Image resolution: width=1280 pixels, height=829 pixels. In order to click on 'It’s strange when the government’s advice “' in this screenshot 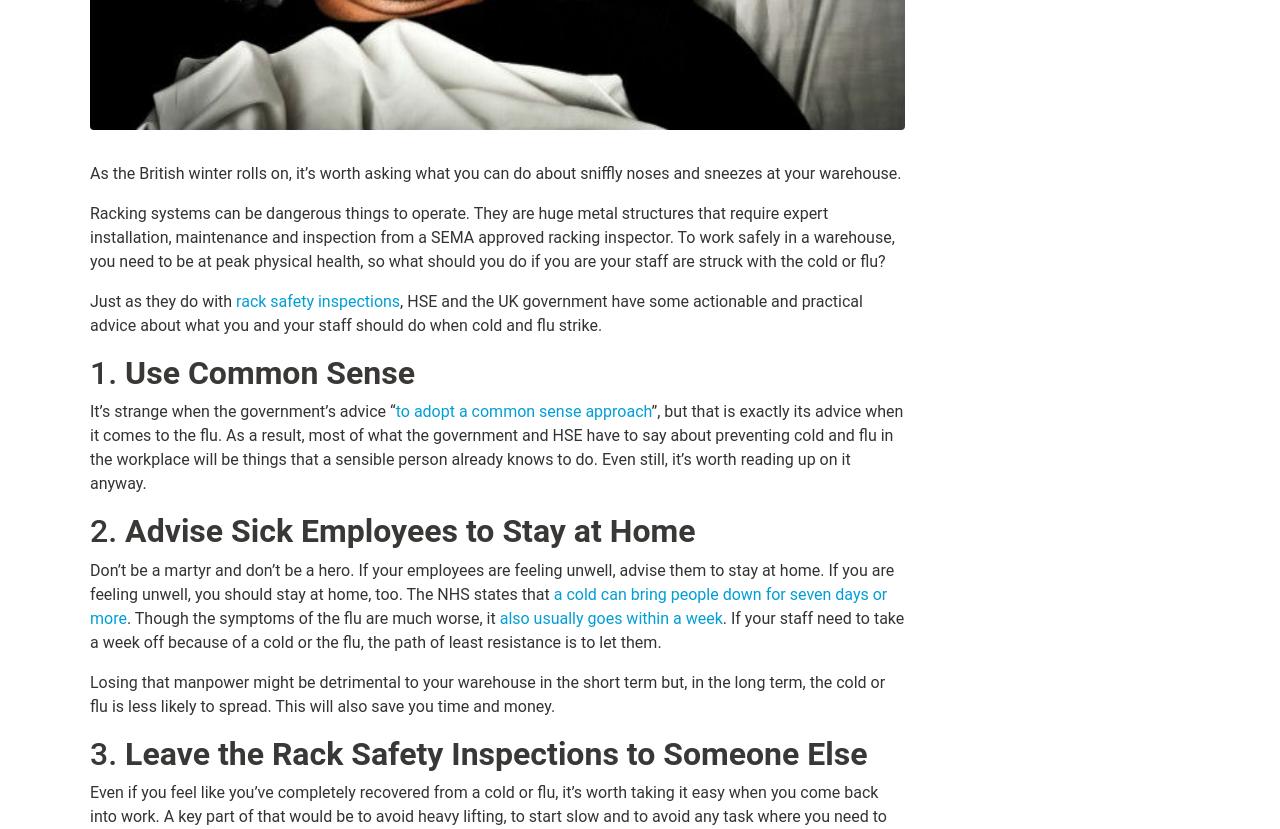, I will do `click(88, 411)`.